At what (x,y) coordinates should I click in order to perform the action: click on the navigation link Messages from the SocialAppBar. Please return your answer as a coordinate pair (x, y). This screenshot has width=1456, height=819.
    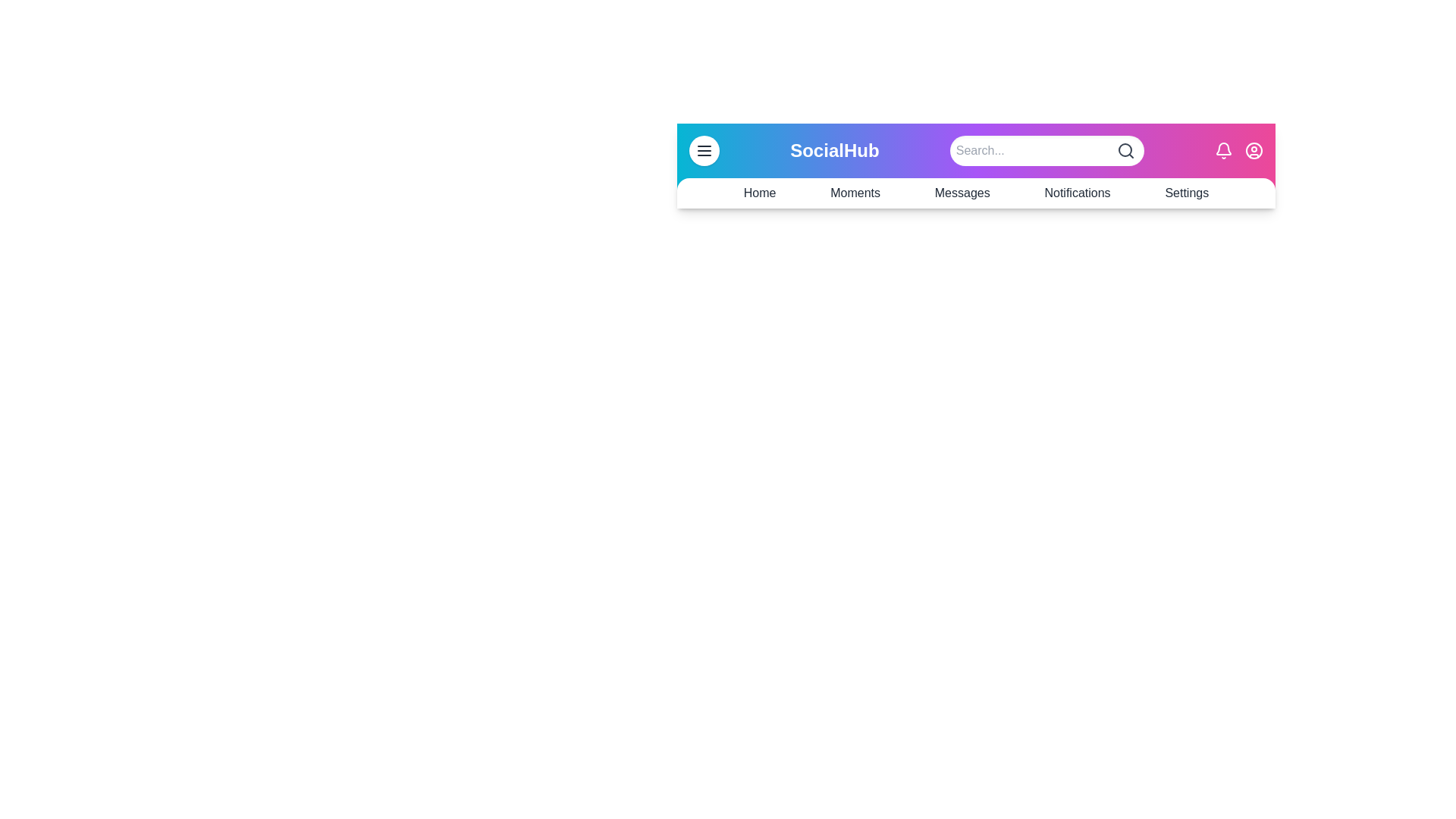
    Looking at the image, I should click on (961, 192).